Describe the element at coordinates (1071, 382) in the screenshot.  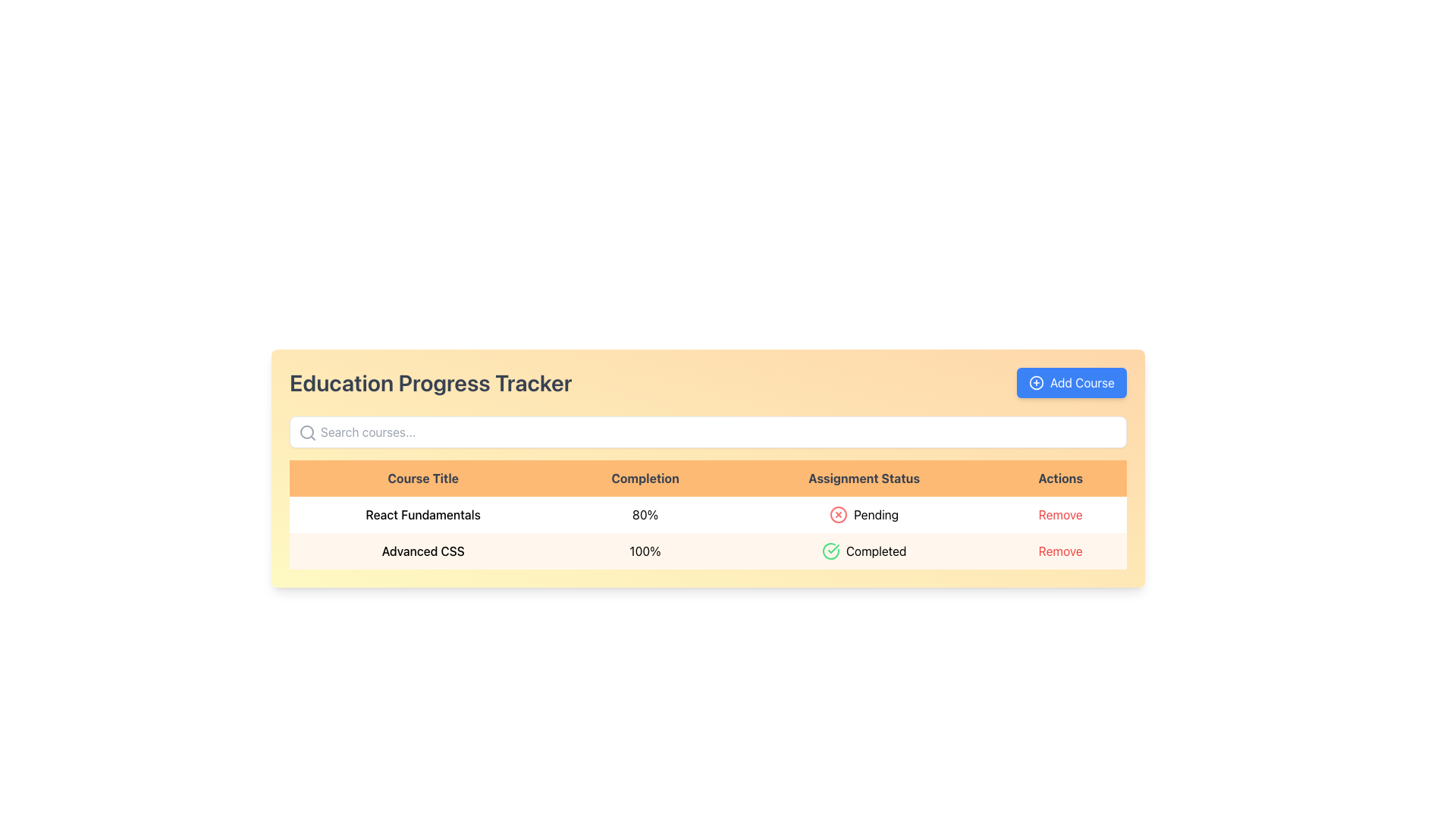
I see `the button located at the top-right corner of the 'Education Progress Tracker' section` at that location.